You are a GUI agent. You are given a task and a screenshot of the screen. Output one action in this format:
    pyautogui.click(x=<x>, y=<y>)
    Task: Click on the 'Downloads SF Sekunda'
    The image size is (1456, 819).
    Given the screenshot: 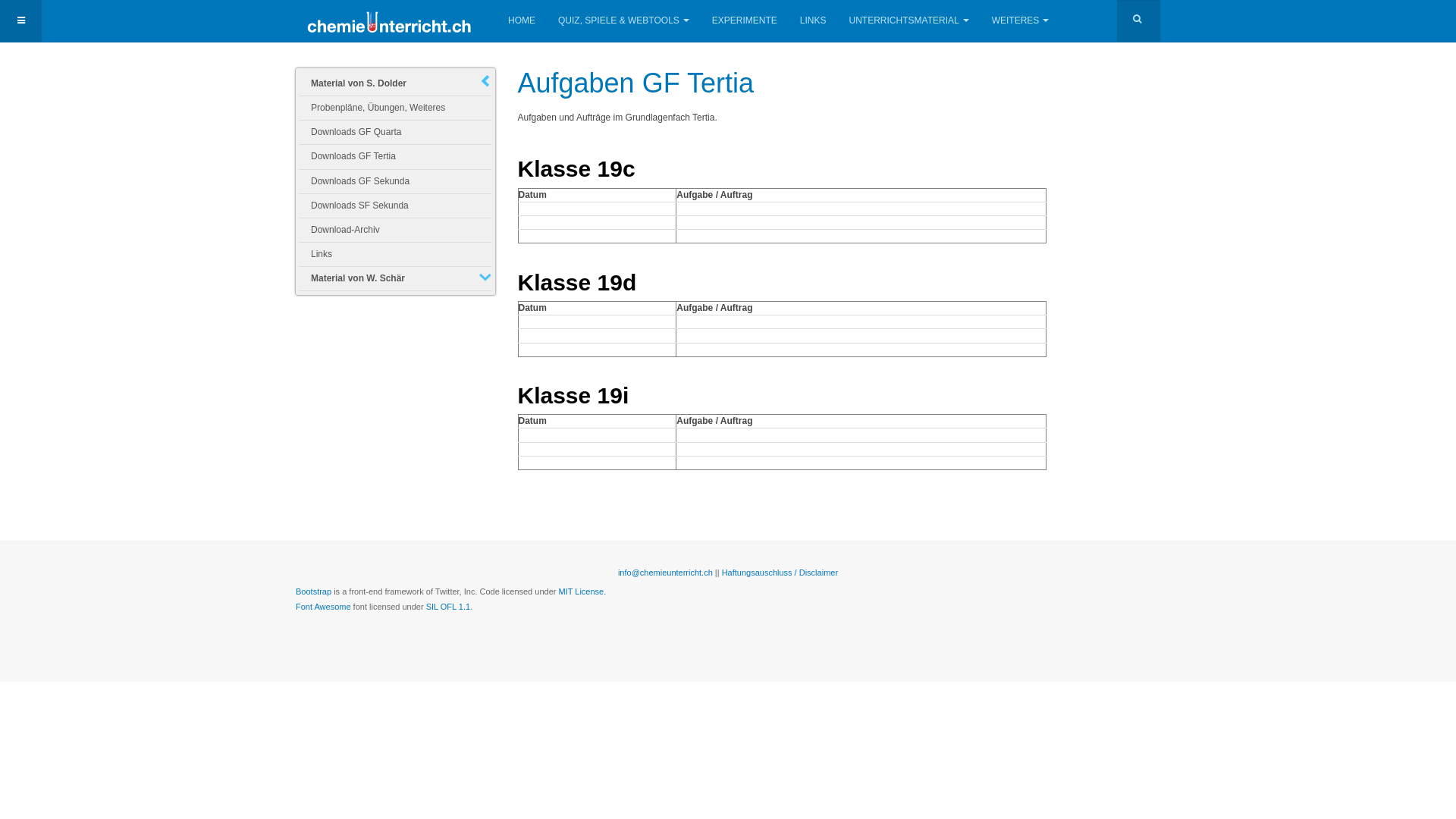 What is the action you would take?
    pyautogui.click(x=395, y=206)
    